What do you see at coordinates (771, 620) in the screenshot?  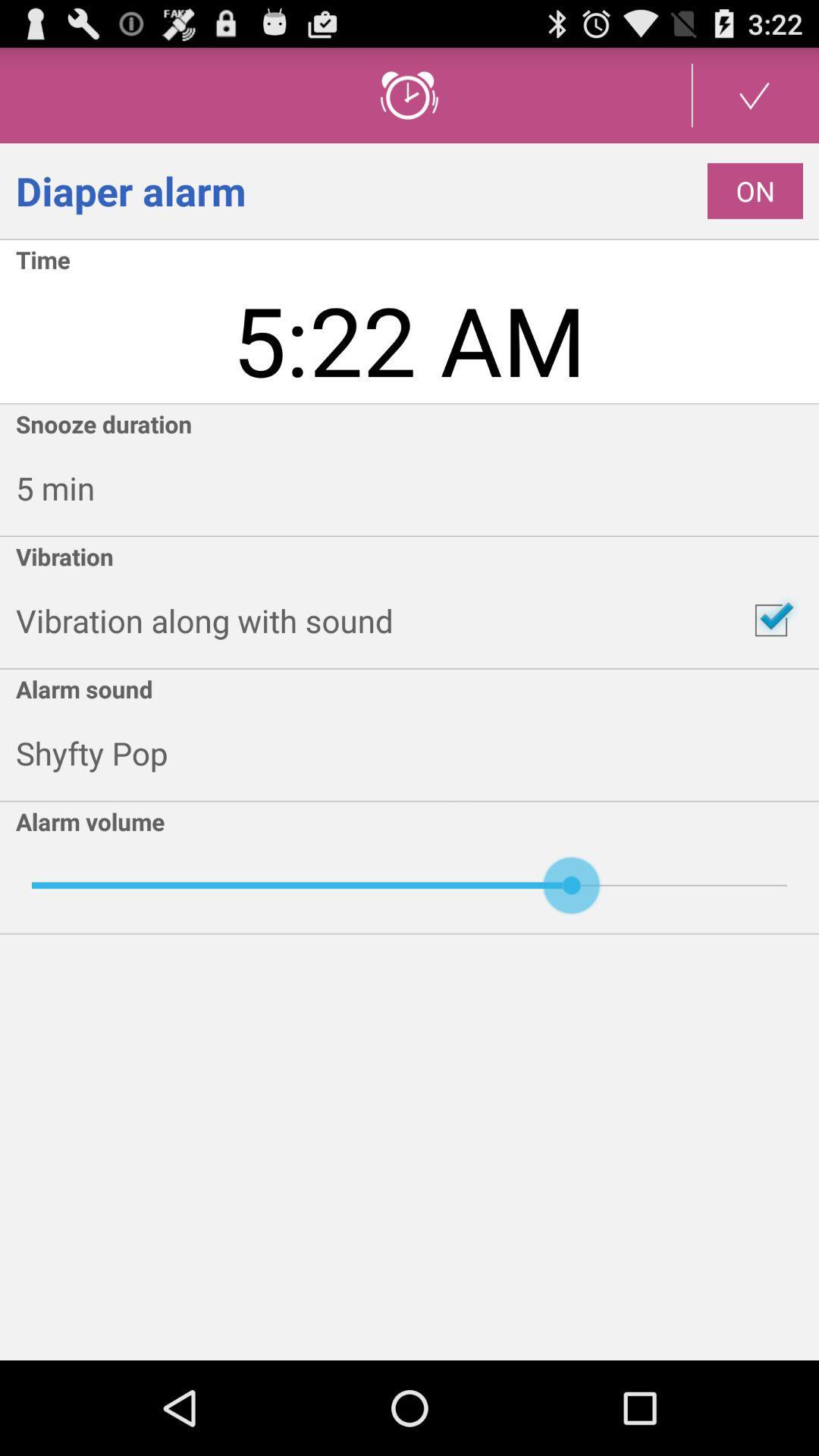 I see `item to the right of vibration along with` at bounding box center [771, 620].